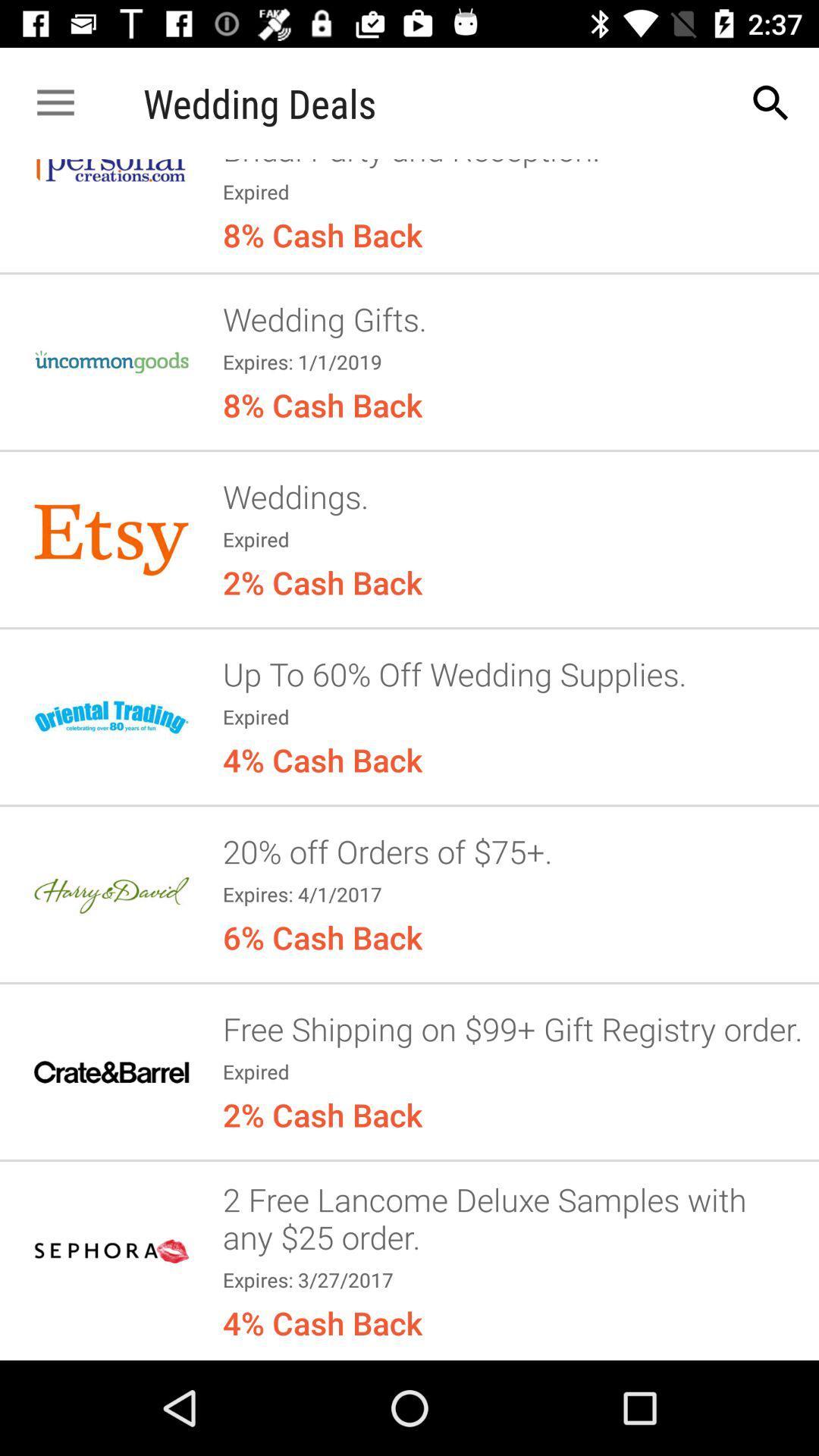 The width and height of the screenshot is (819, 1456). Describe the element at coordinates (771, 102) in the screenshot. I see `item at the top right corner` at that location.